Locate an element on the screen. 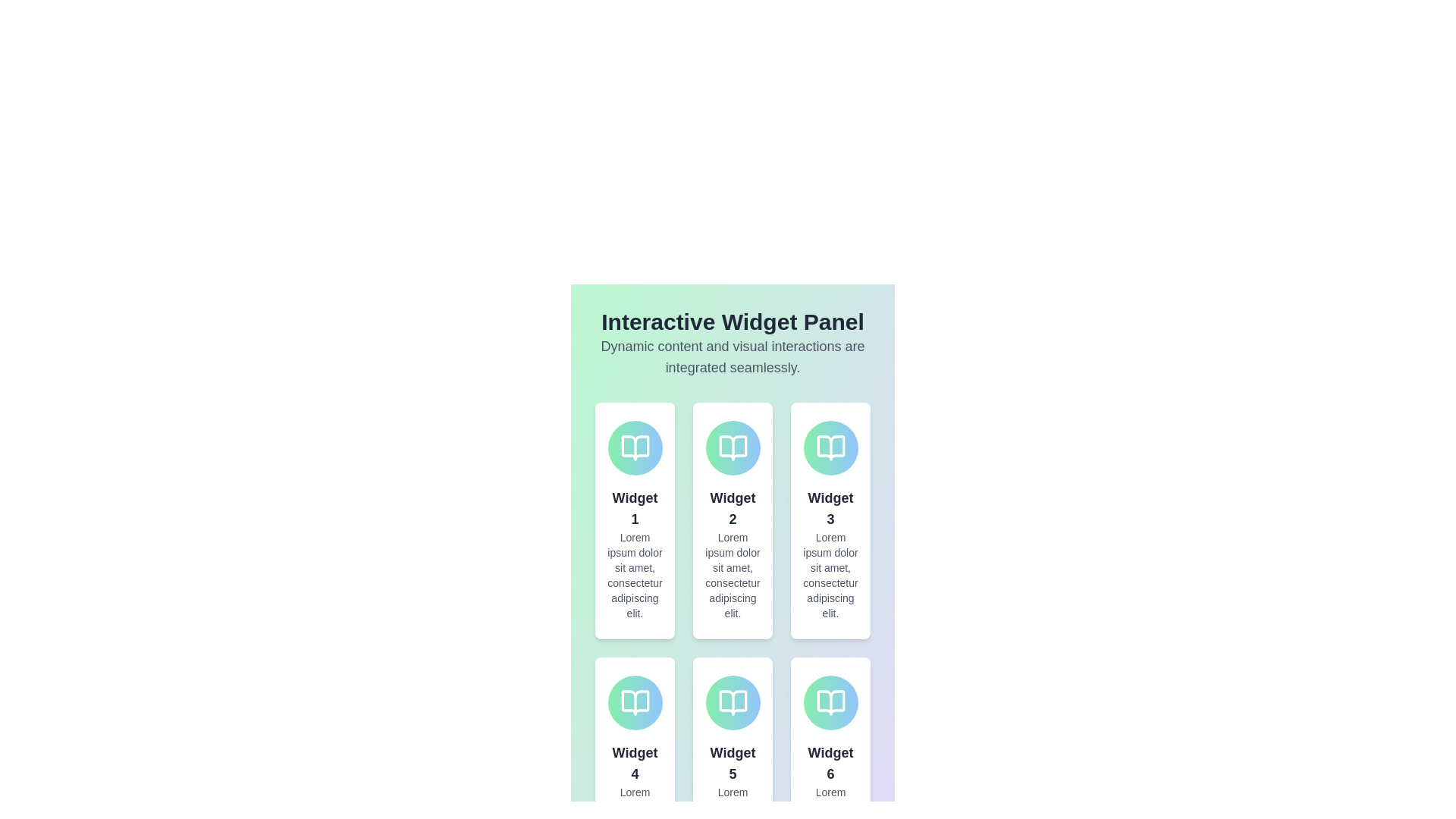 The height and width of the screenshot is (819, 1456). the Text label that serves as a title or heading for the content of the card, located centrally in the lower middle card of a 2x3 grid layout, just below a circular icon and above a paragraph of text is located at coordinates (733, 763).